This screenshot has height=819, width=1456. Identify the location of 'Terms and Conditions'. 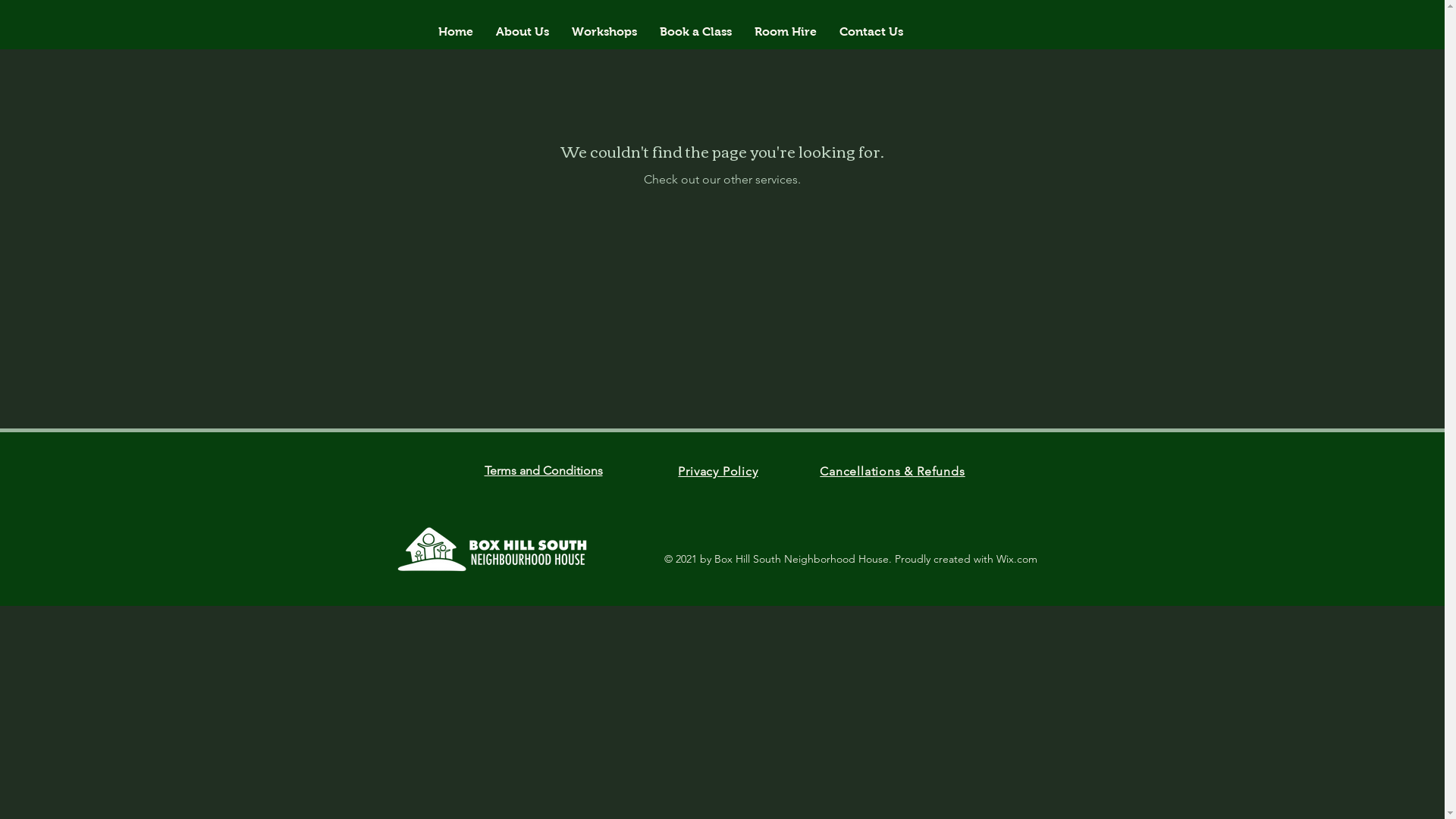
(483, 469).